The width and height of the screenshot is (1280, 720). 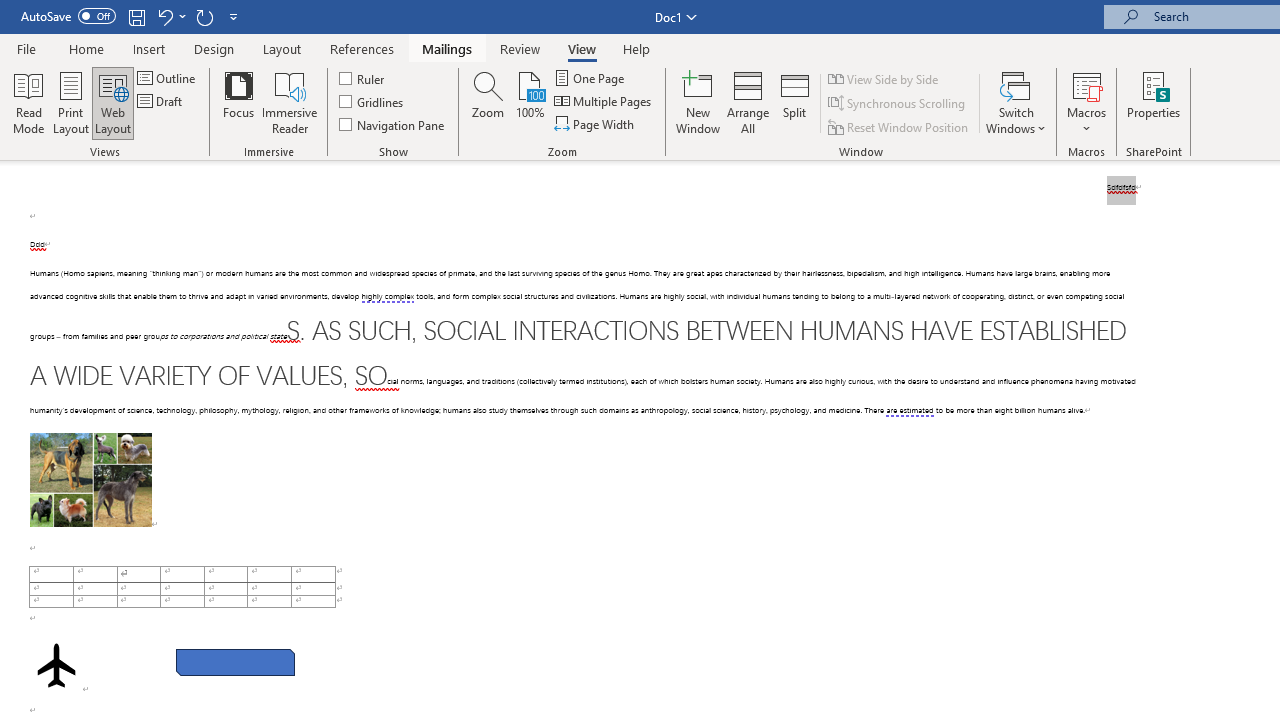 What do you see at coordinates (698, 103) in the screenshot?
I see `'New Window'` at bounding box center [698, 103].